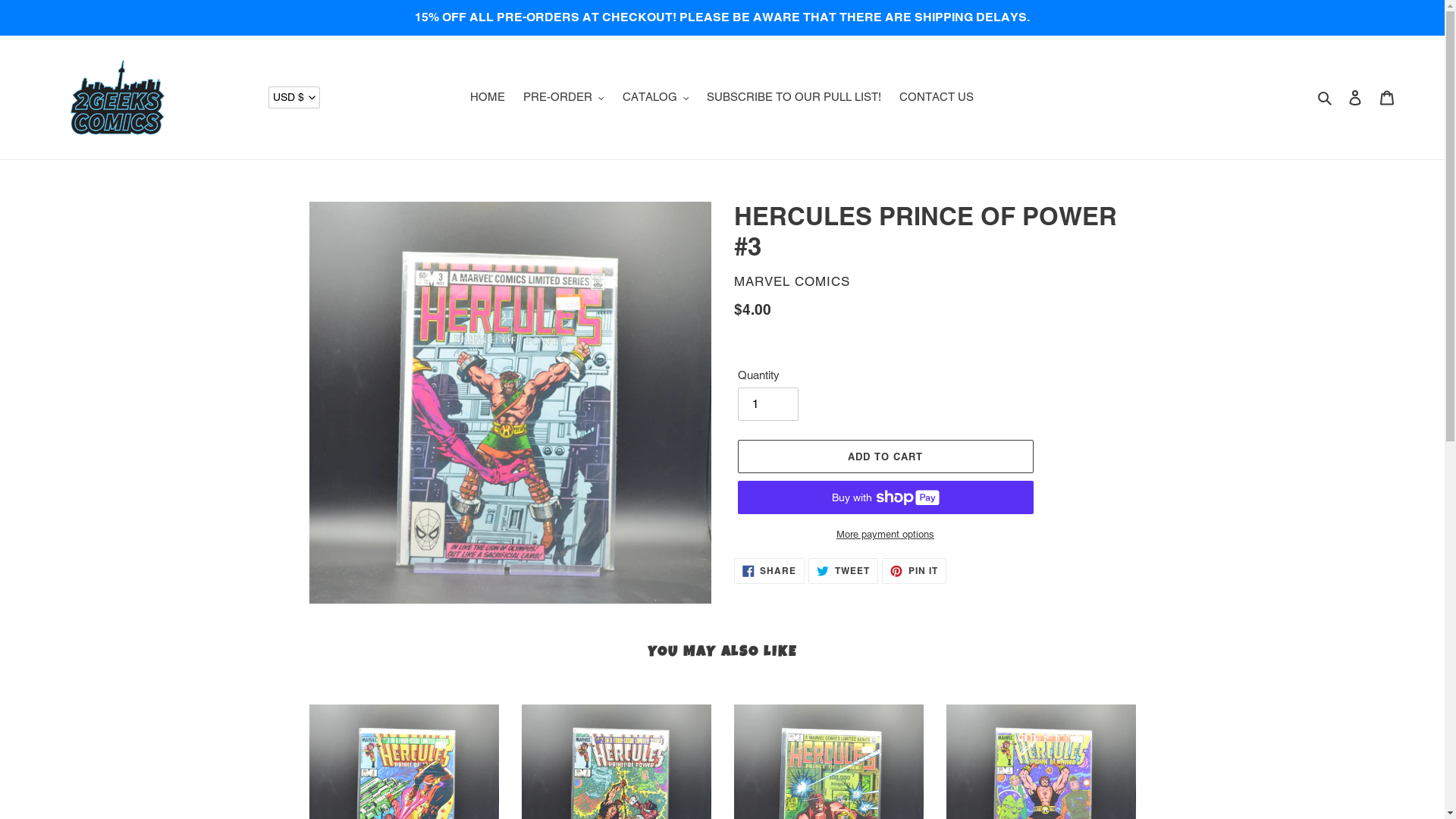 The height and width of the screenshot is (819, 1456). What do you see at coordinates (1325, 97) in the screenshot?
I see `'Search'` at bounding box center [1325, 97].